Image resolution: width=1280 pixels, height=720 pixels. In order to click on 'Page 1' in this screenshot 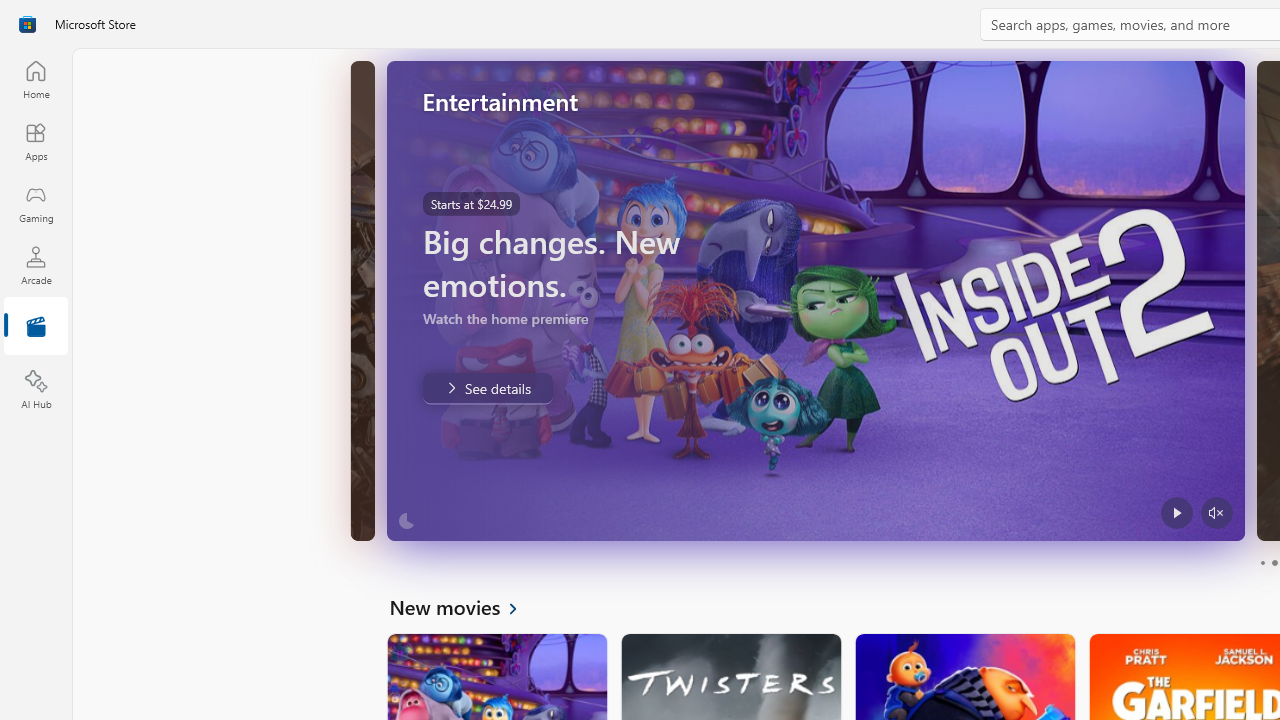, I will do `click(1261, 563)`.